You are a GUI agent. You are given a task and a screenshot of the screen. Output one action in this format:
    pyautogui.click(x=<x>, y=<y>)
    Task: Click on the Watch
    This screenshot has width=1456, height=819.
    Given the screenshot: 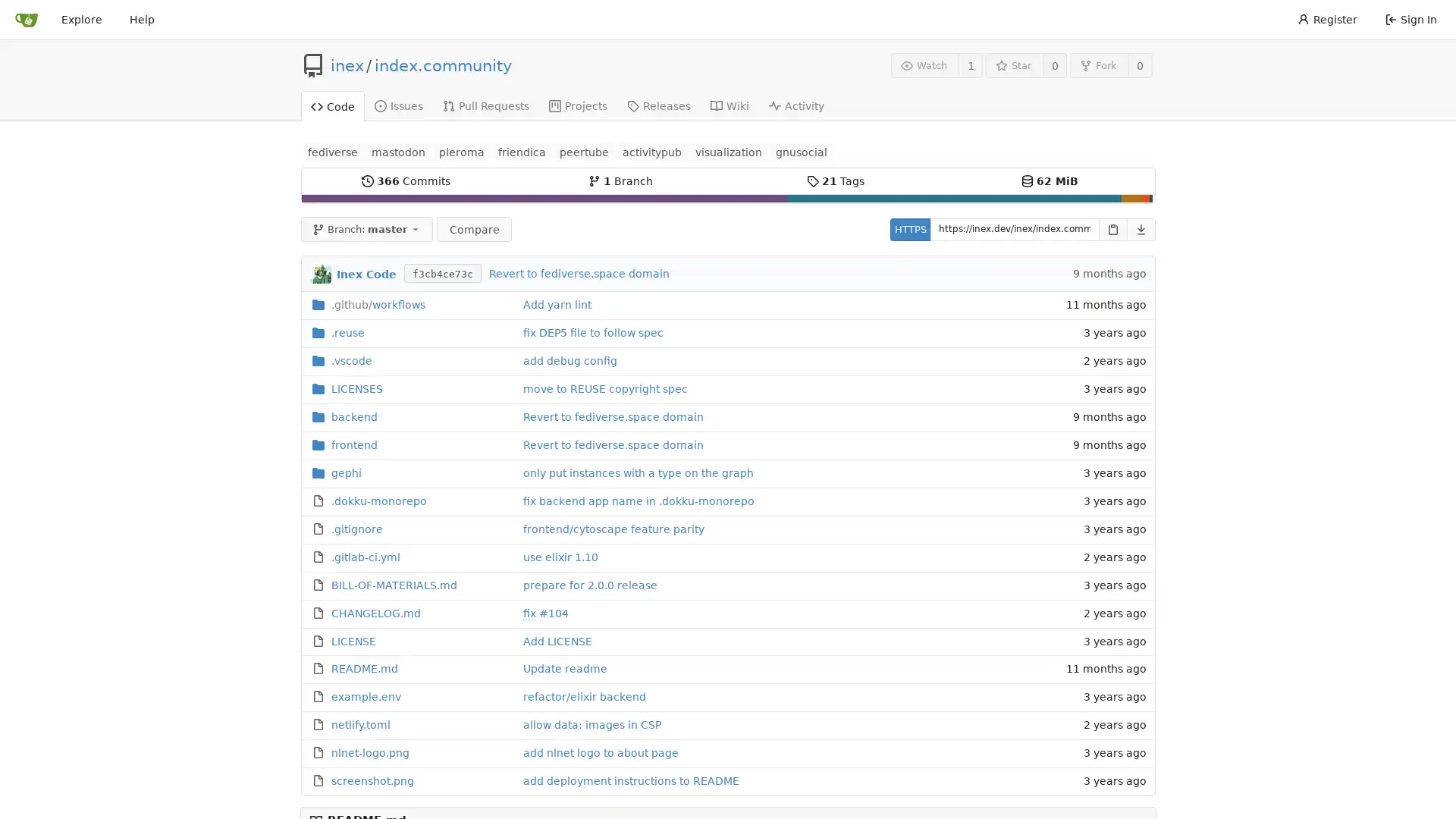 What is the action you would take?
    pyautogui.click(x=924, y=64)
    